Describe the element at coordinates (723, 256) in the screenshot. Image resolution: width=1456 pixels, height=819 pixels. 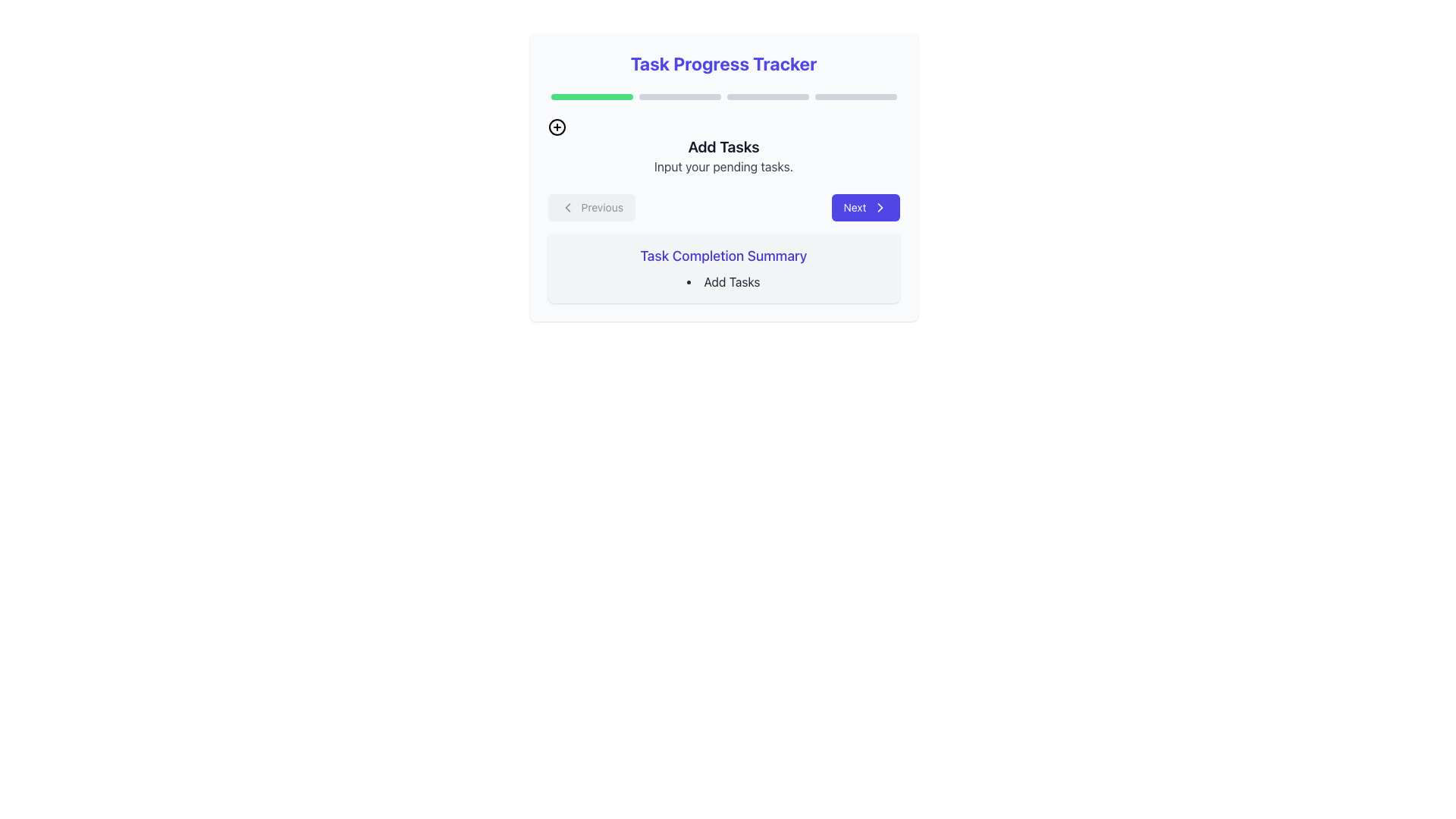
I see `the title text element for the 'Task Completion Summary' section, which is located at the top-left corner of its light gray rounded box, above the 'Add Tasks' list item` at that location.